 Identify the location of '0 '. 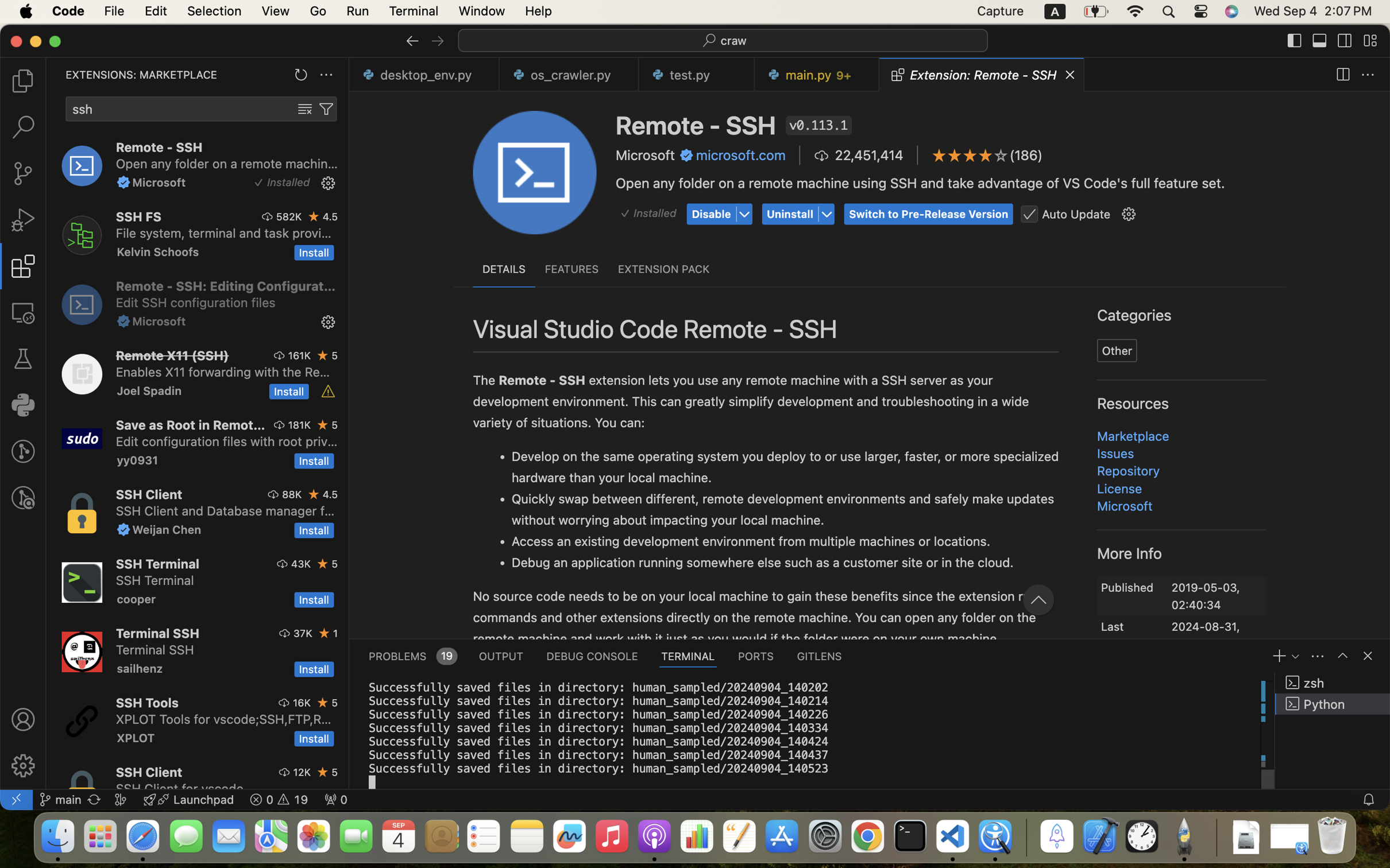
(22, 80).